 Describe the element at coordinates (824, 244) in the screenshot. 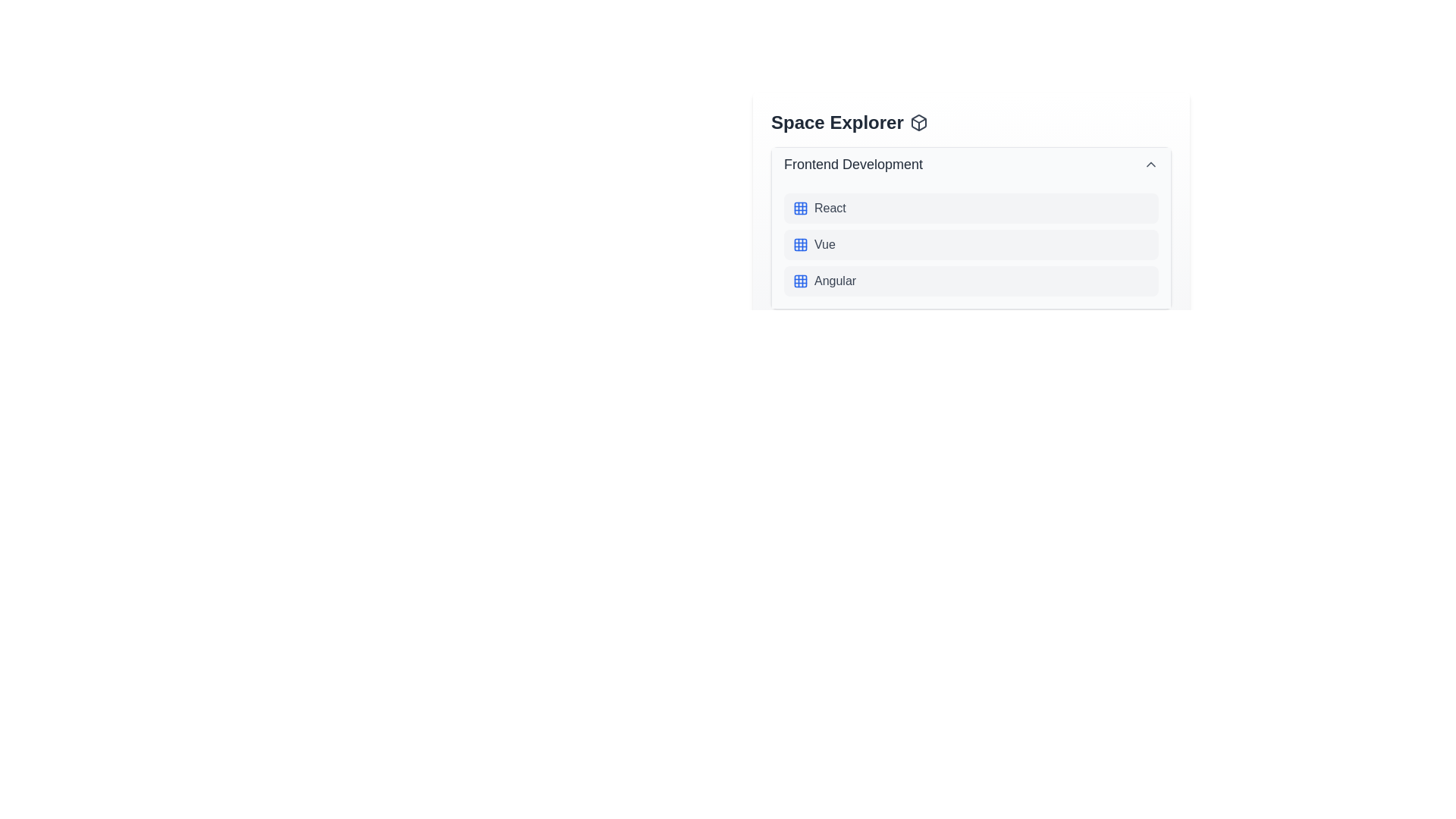

I see `the 'Vue' text label within the interactive list` at that location.